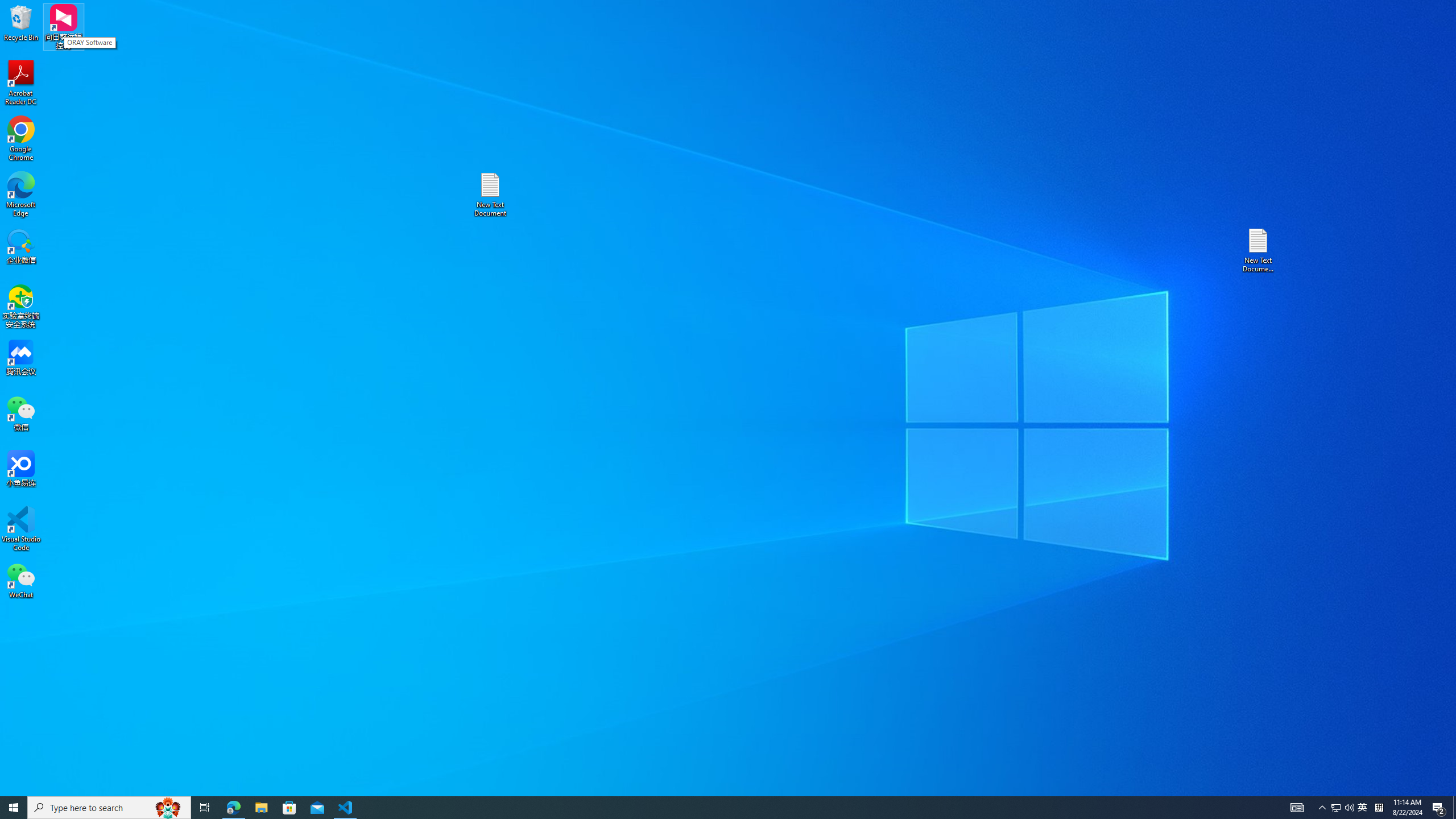 The height and width of the screenshot is (819, 1456). What do you see at coordinates (167, 806) in the screenshot?
I see `'Search highlights icon opens search home window'` at bounding box center [167, 806].